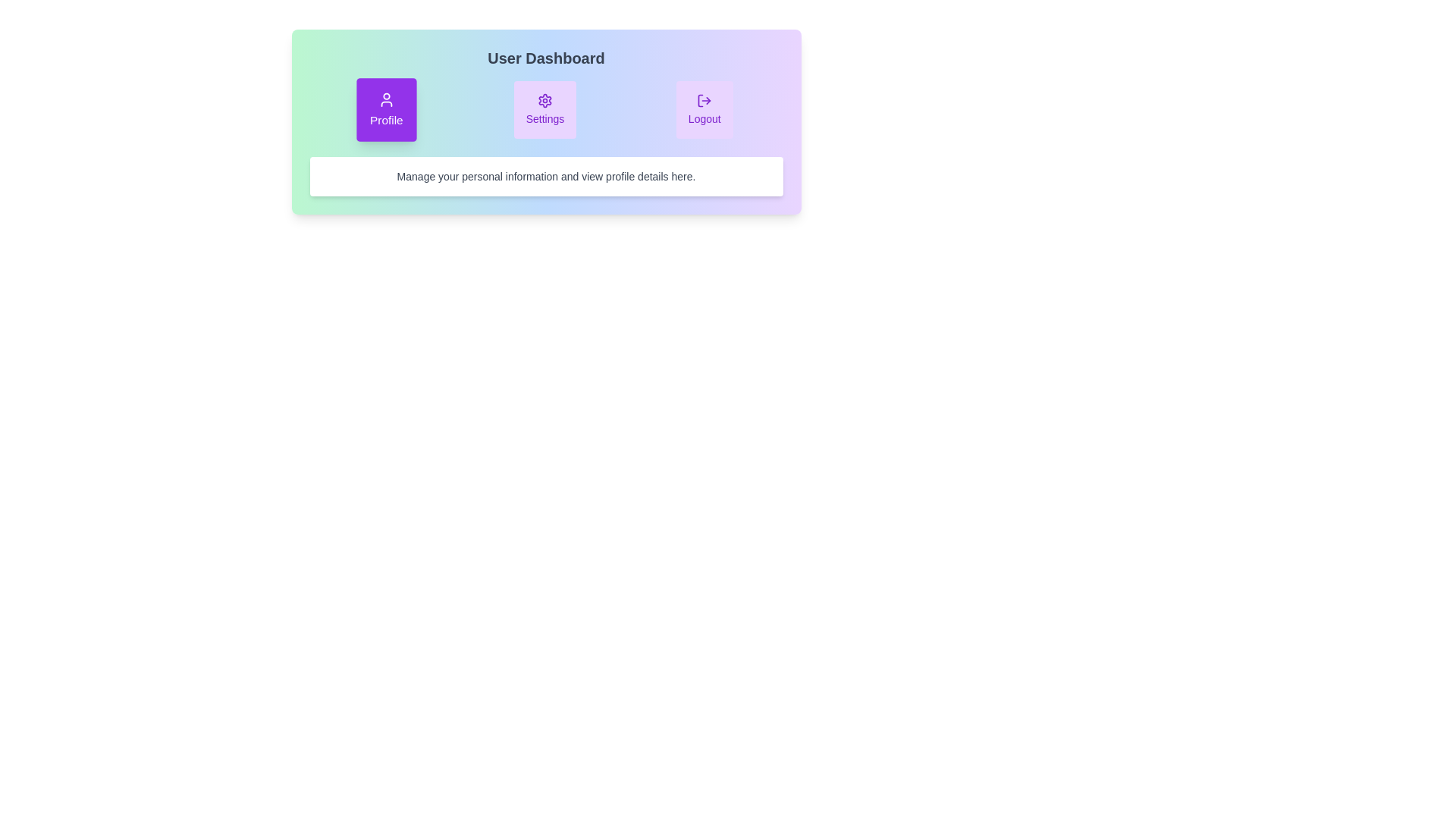 This screenshot has width=1456, height=819. I want to click on the Logout tab to view its hover effect, so click(704, 109).